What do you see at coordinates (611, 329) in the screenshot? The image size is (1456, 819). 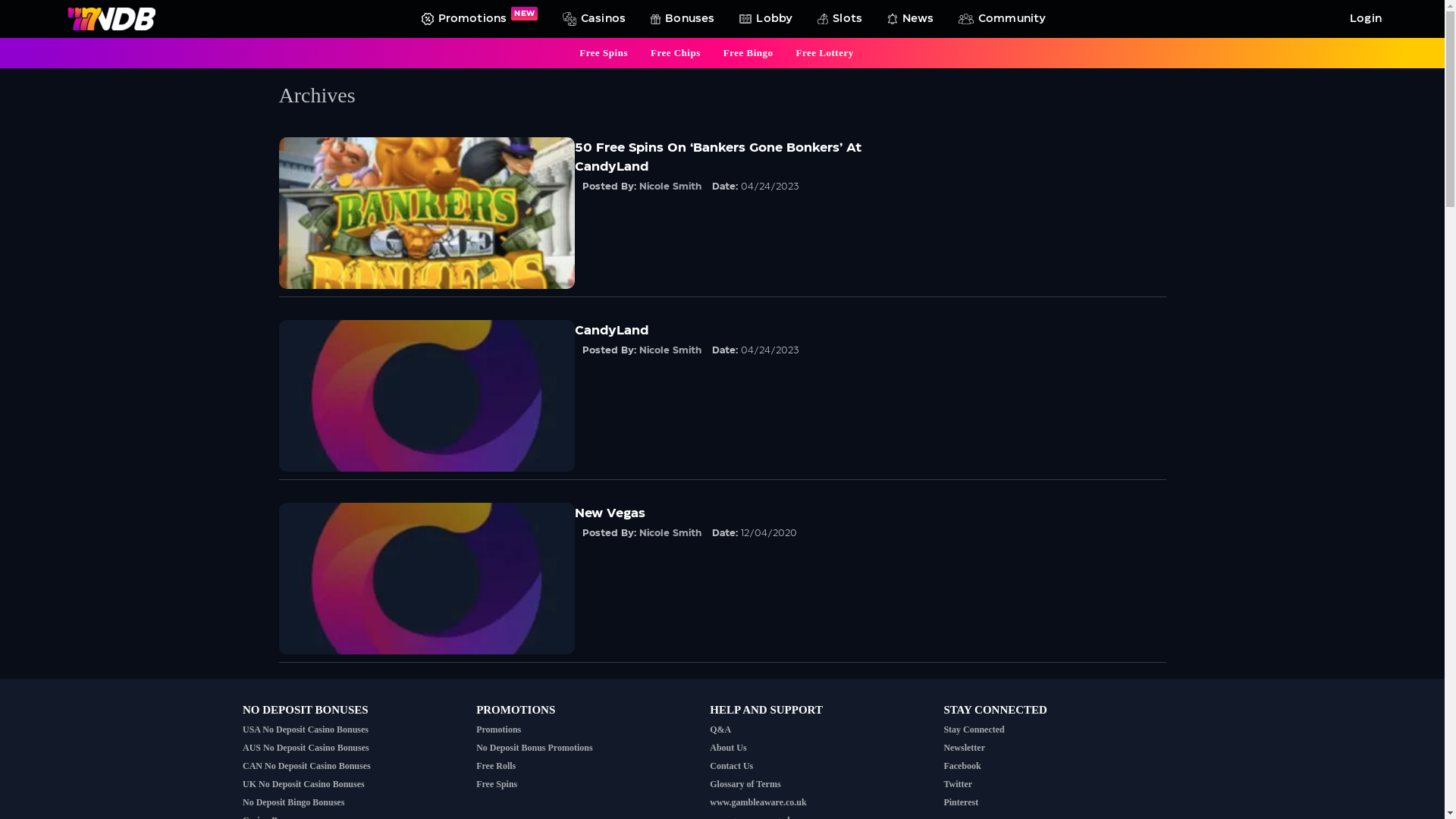 I see `'CandyLand'` at bounding box center [611, 329].